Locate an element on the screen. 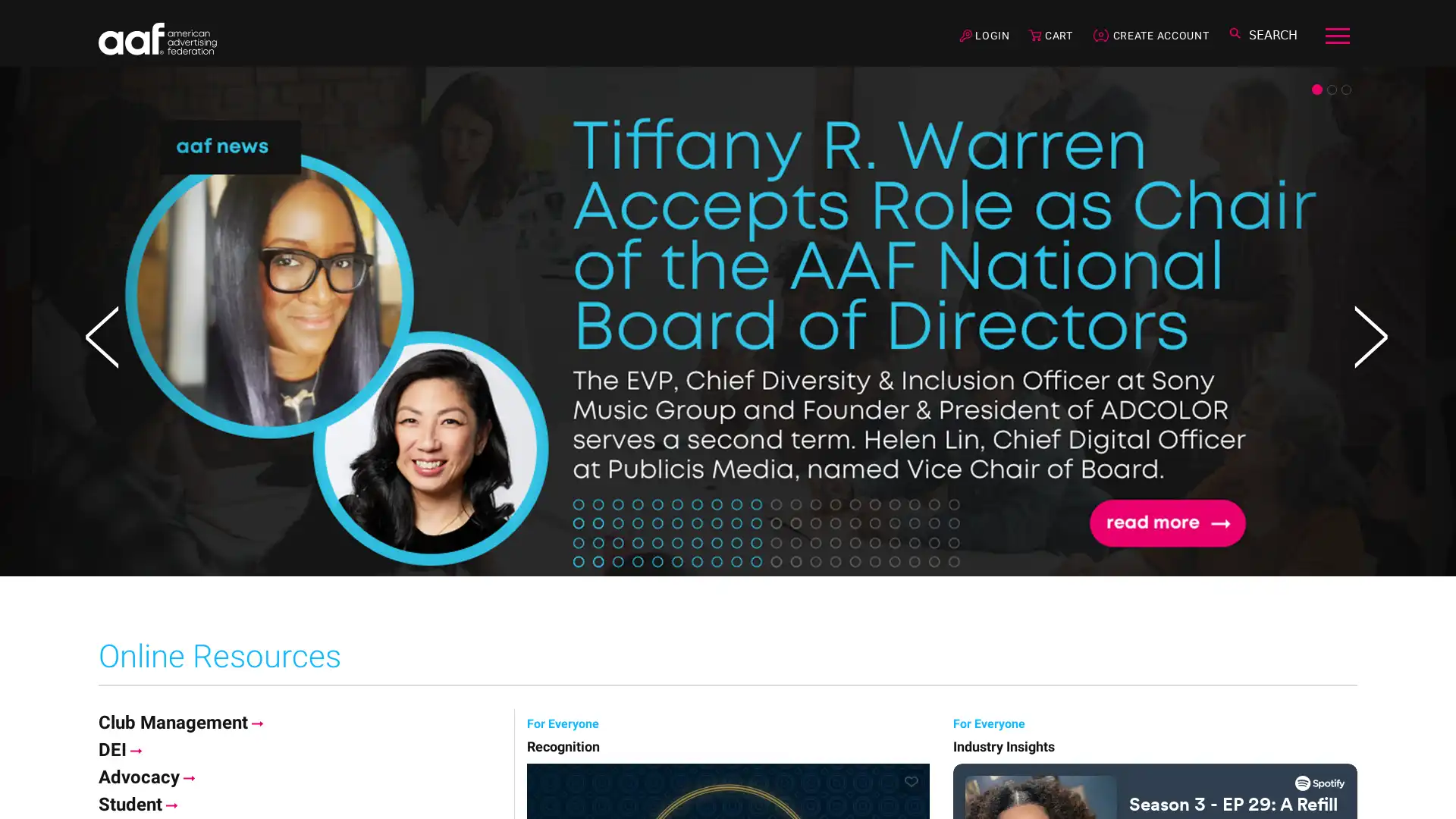  Toggle navigation is located at coordinates (1343, 34).